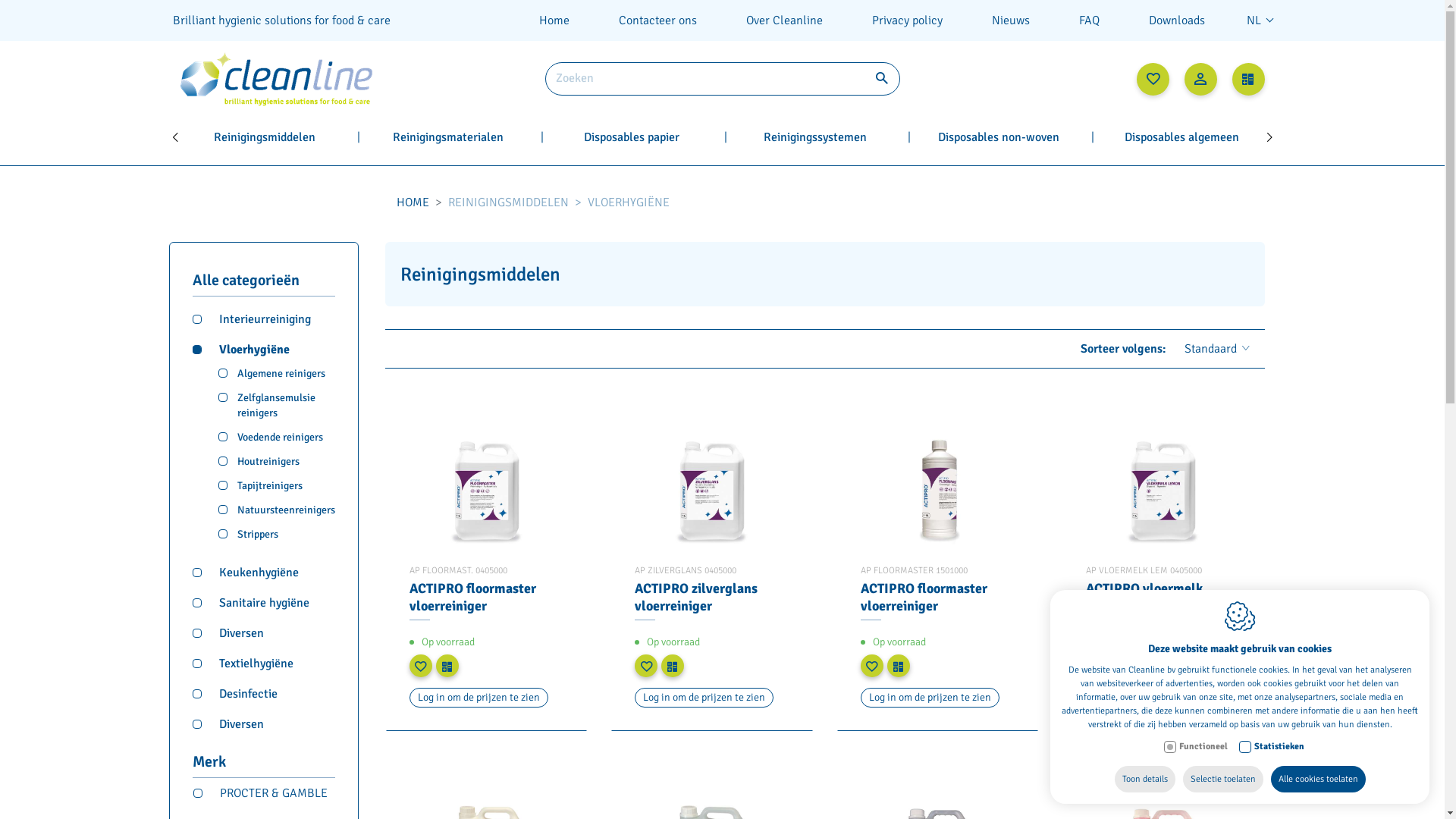 The image size is (1456, 819). I want to click on 'HOME', so click(412, 201).